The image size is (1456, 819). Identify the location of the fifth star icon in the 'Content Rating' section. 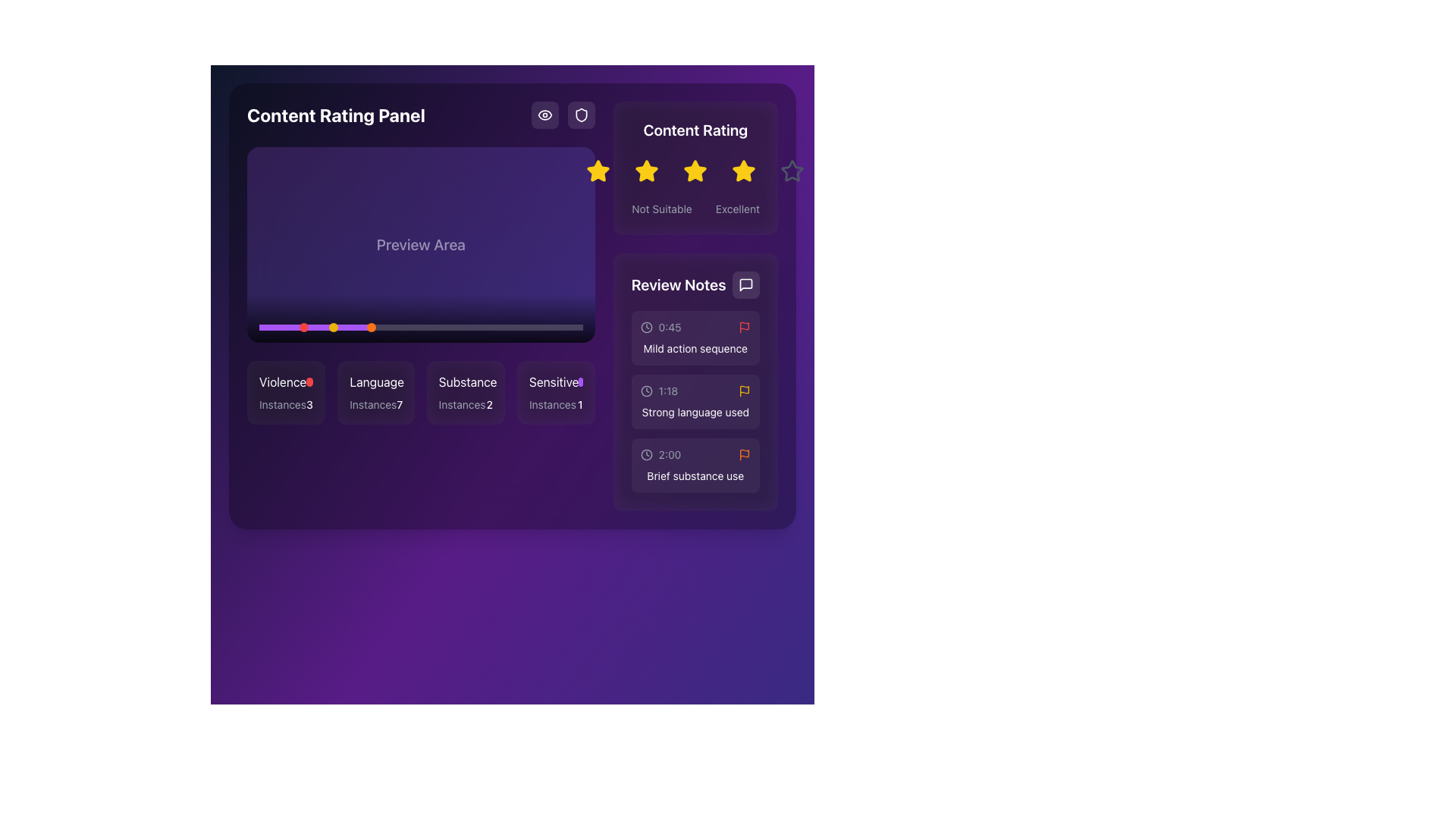
(792, 171).